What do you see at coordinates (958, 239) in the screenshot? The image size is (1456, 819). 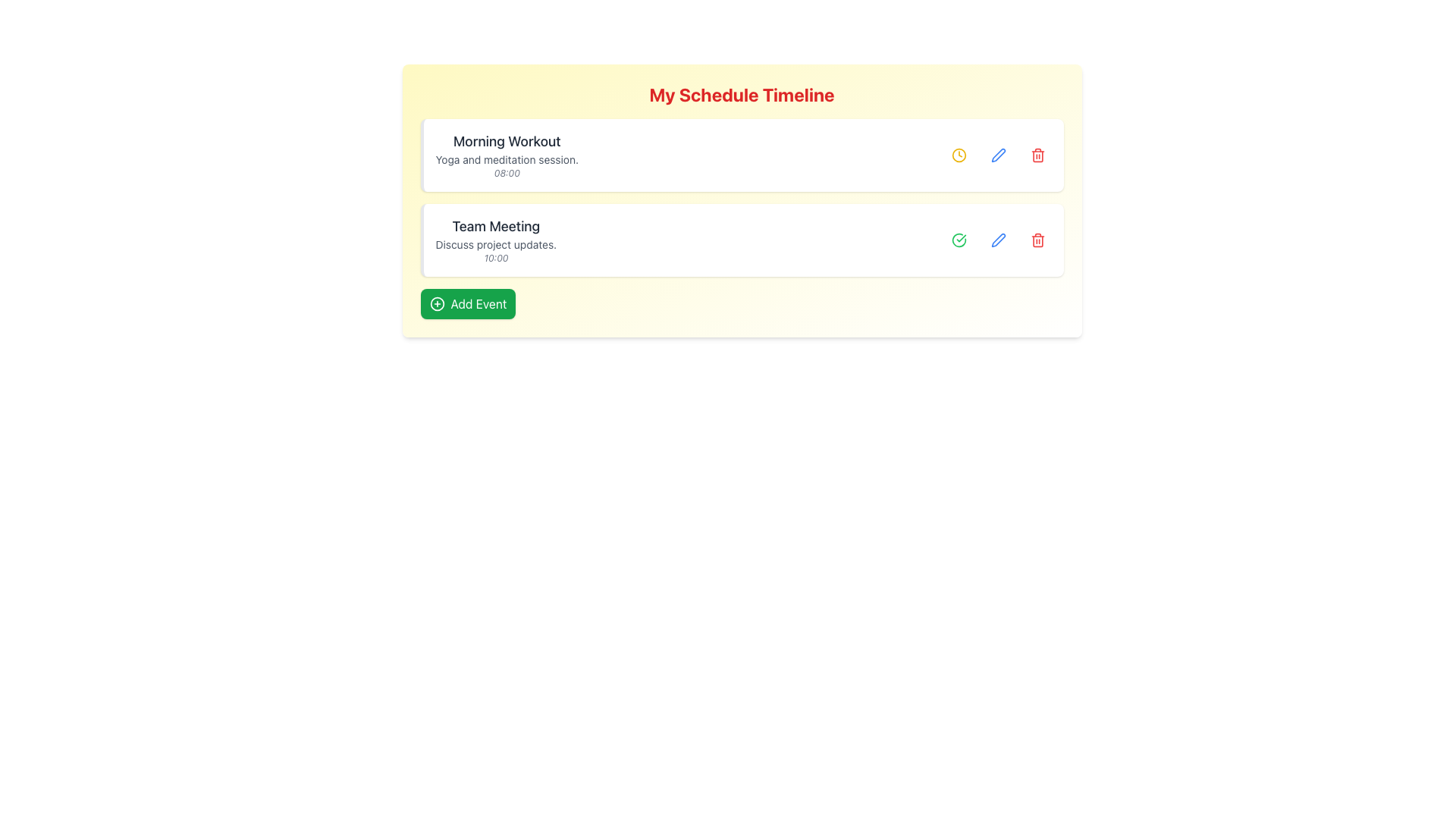 I see `the circular icon button with a green outline and a white background containing a green checkmark symbol, located to the left of the edit icon and to the right of the main text content for the 'Team Meeting' schedule item` at bounding box center [958, 239].